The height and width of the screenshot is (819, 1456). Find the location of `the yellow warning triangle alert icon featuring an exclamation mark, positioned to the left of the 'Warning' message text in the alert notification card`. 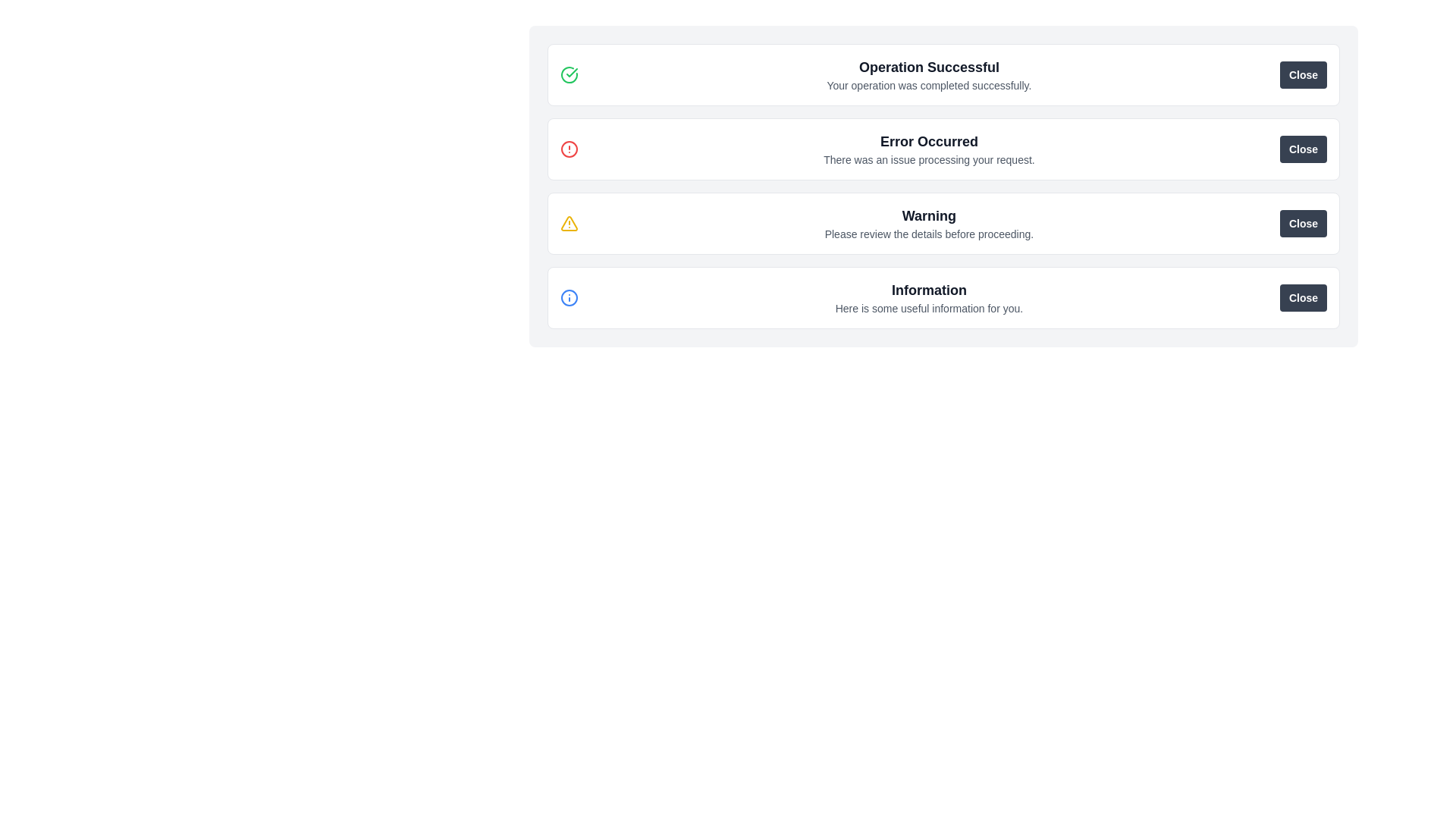

the yellow warning triangle alert icon featuring an exclamation mark, positioned to the left of the 'Warning' message text in the alert notification card is located at coordinates (568, 223).